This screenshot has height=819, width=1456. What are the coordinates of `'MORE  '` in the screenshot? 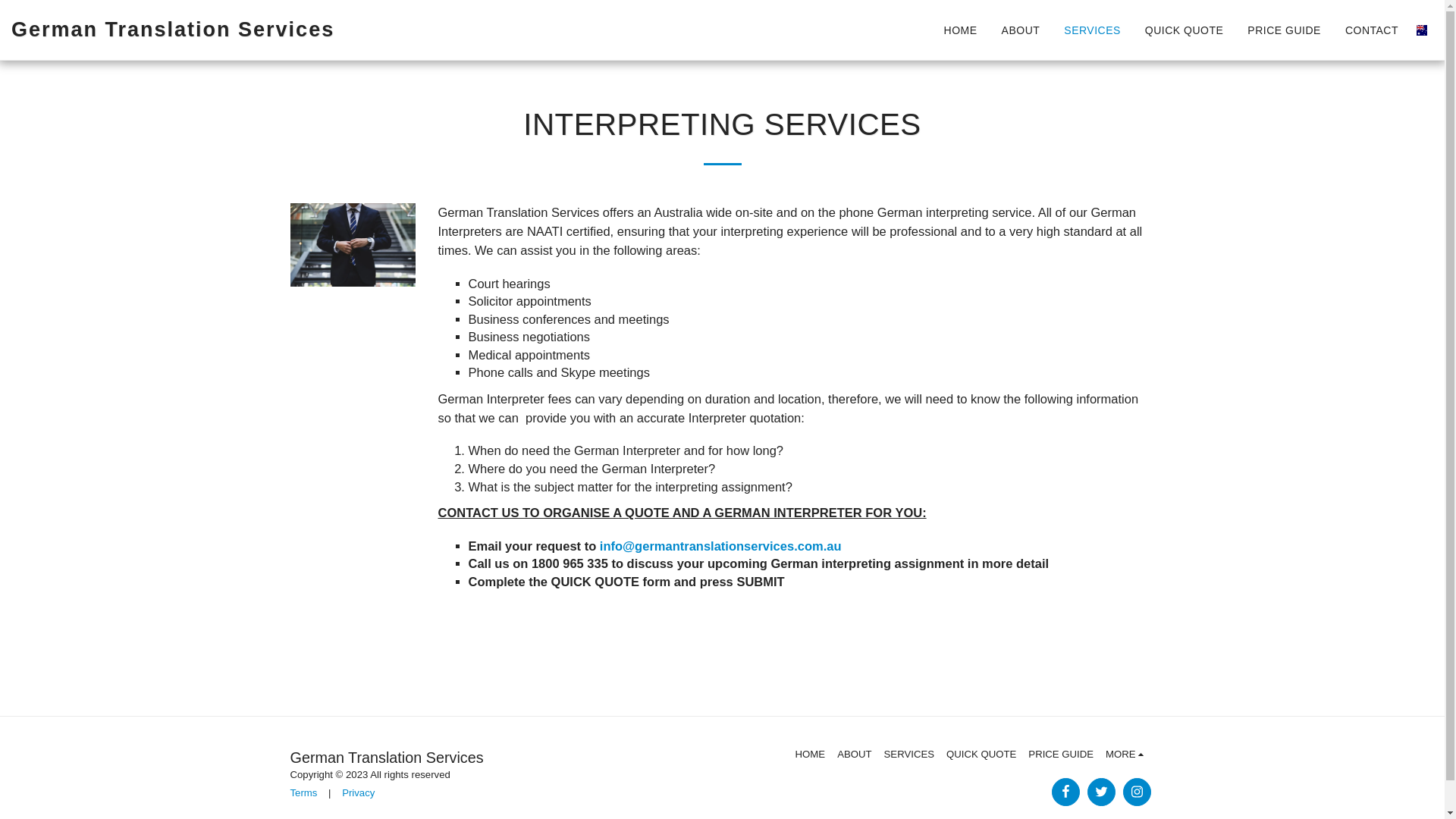 It's located at (1127, 755).